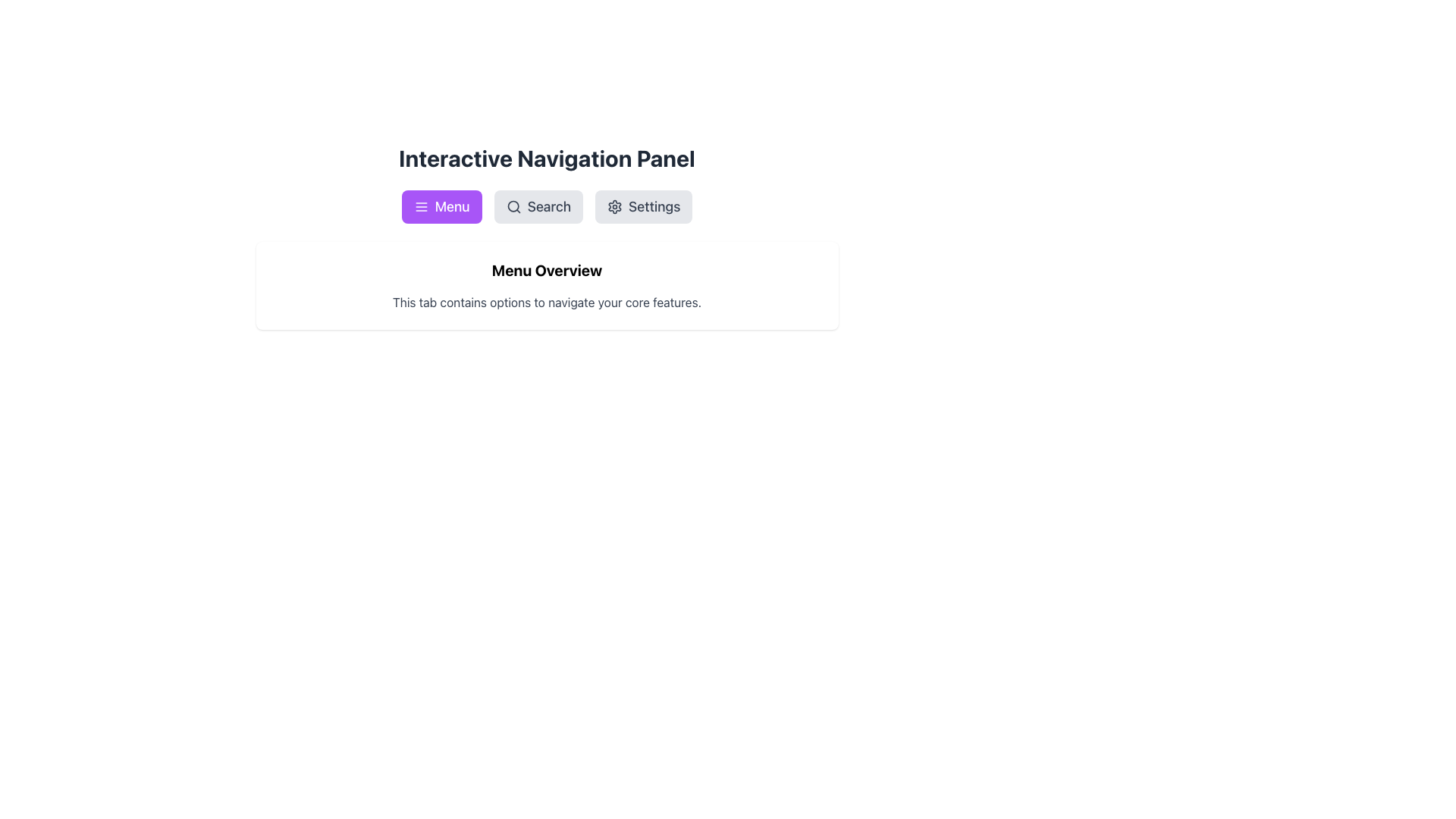 This screenshot has height=819, width=1456. What do you see at coordinates (441, 207) in the screenshot?
I see `the 'Menu' button located on the horizontal navigation bar` at bounding box center [441, 207].